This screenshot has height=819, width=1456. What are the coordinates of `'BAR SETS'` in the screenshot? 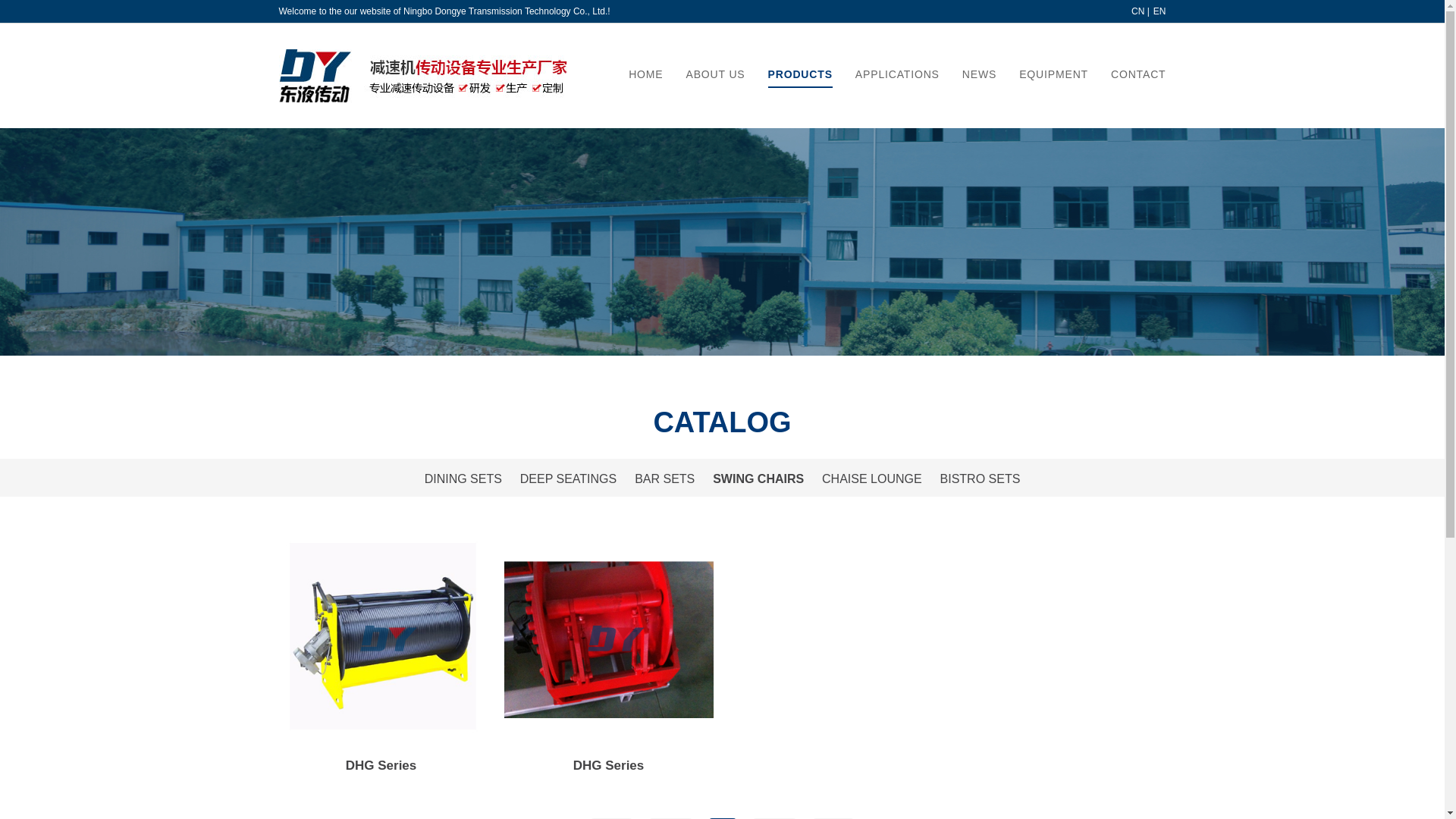 It's located at (664, 479).